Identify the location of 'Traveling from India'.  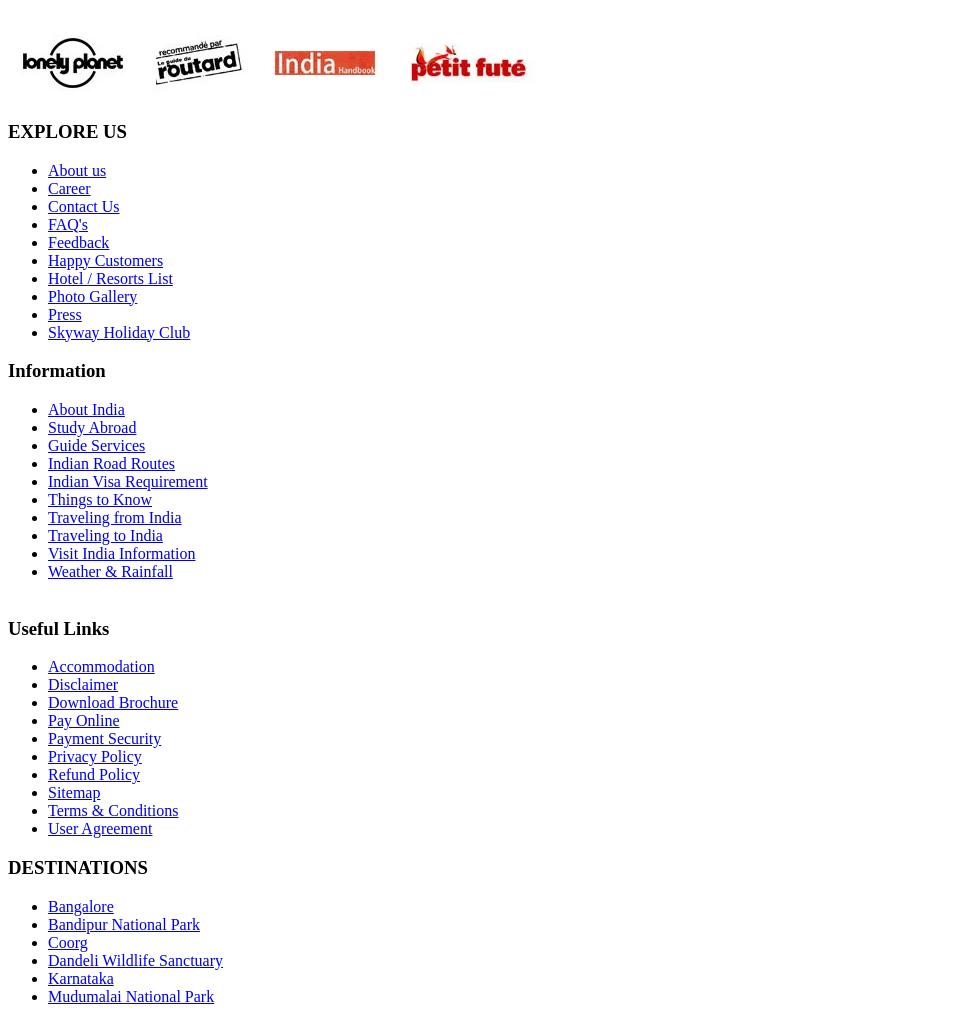
(113, 516).